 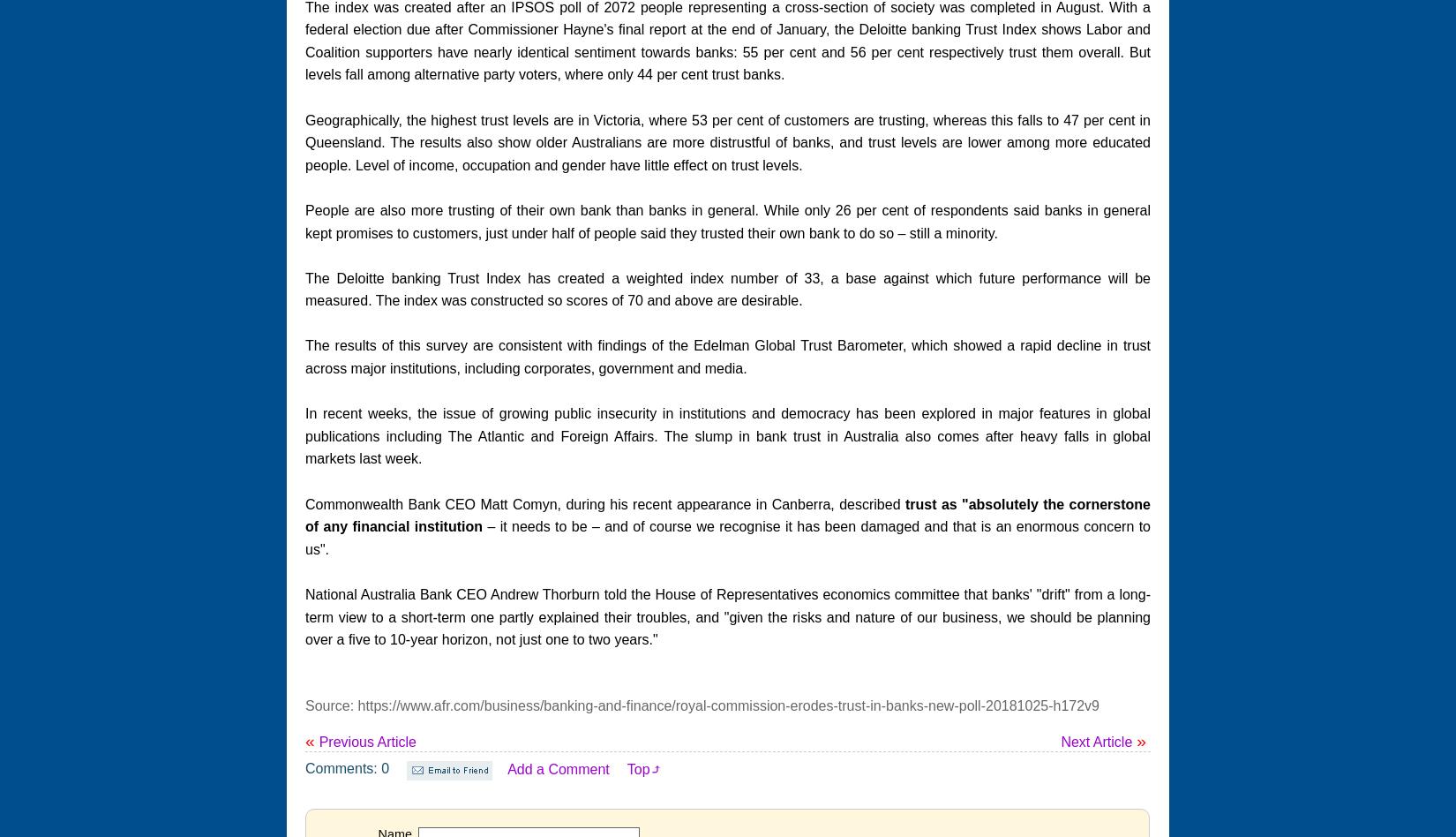 What do you see at coordinates (557, 767) in the screenshot?
I see `'Add a Comment'` at bounding box center [557, 767].